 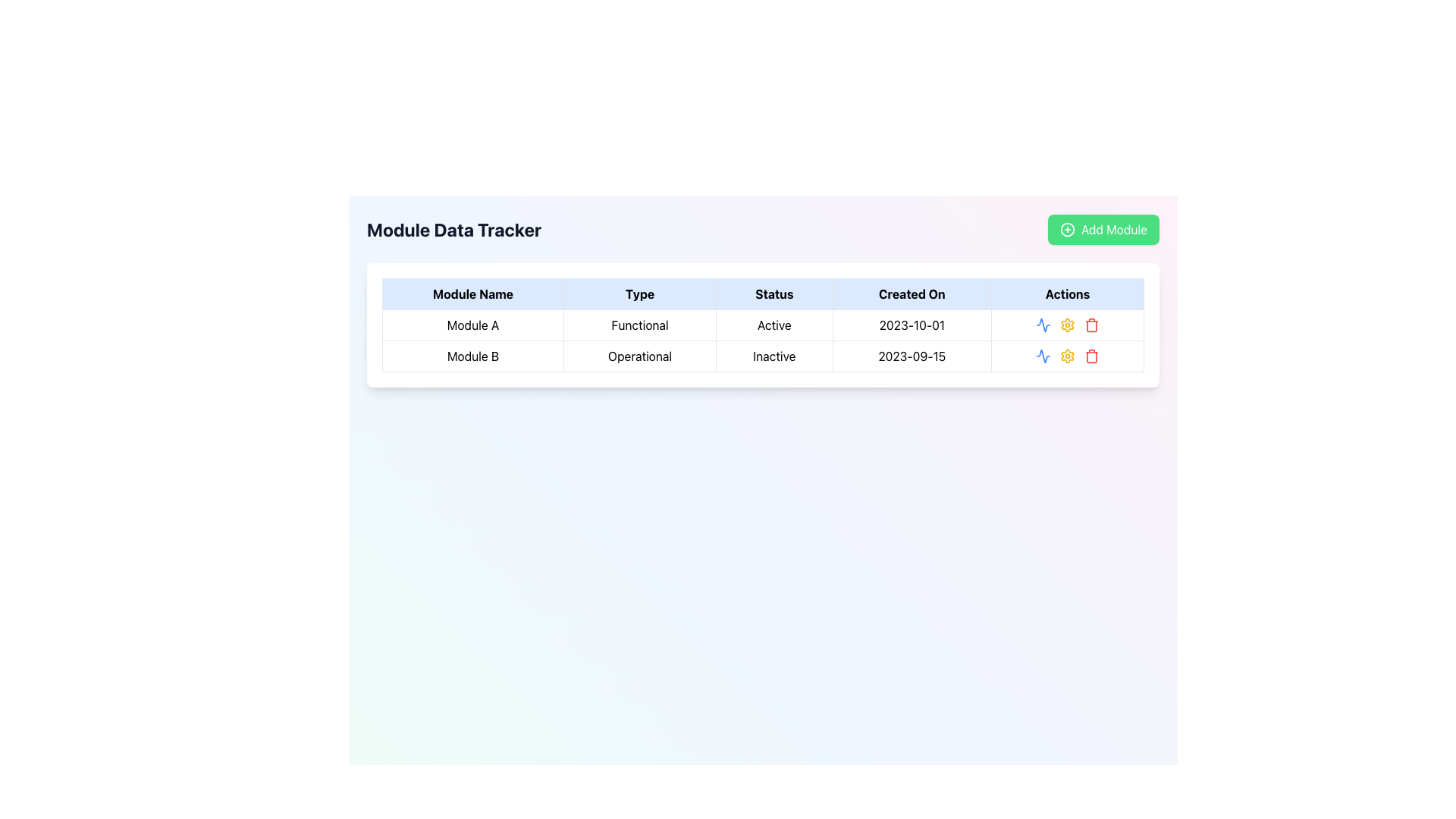 I want to click on the static text displaying the creation date of a module entry located in the fourth column of the first row under the header 'Created On', so click(x=911, y=324).